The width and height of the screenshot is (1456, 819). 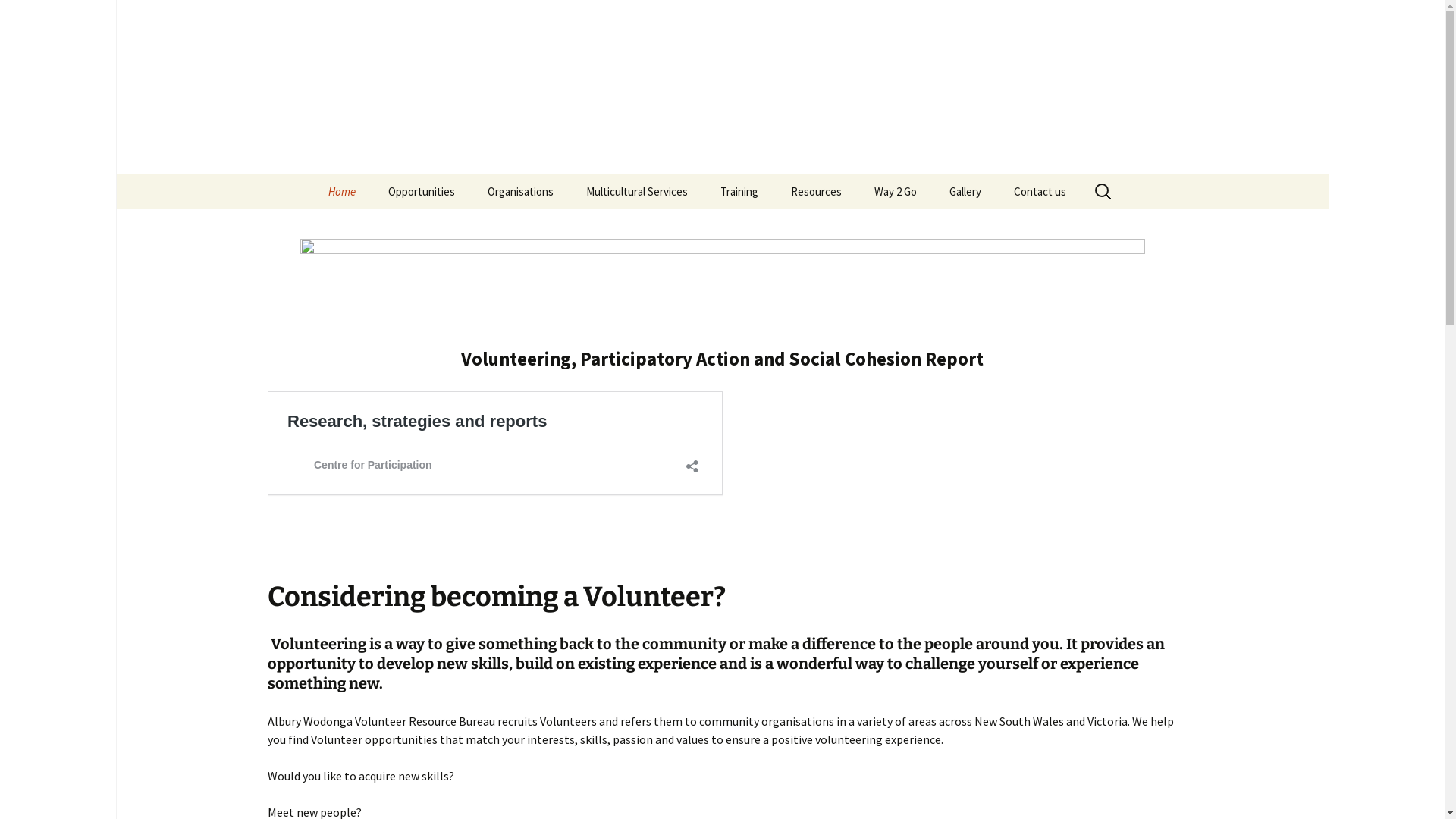 What do you see at coordinates (312, 87) in the screenshot?
I see `'VRB'` at bounding box center [312, 87].